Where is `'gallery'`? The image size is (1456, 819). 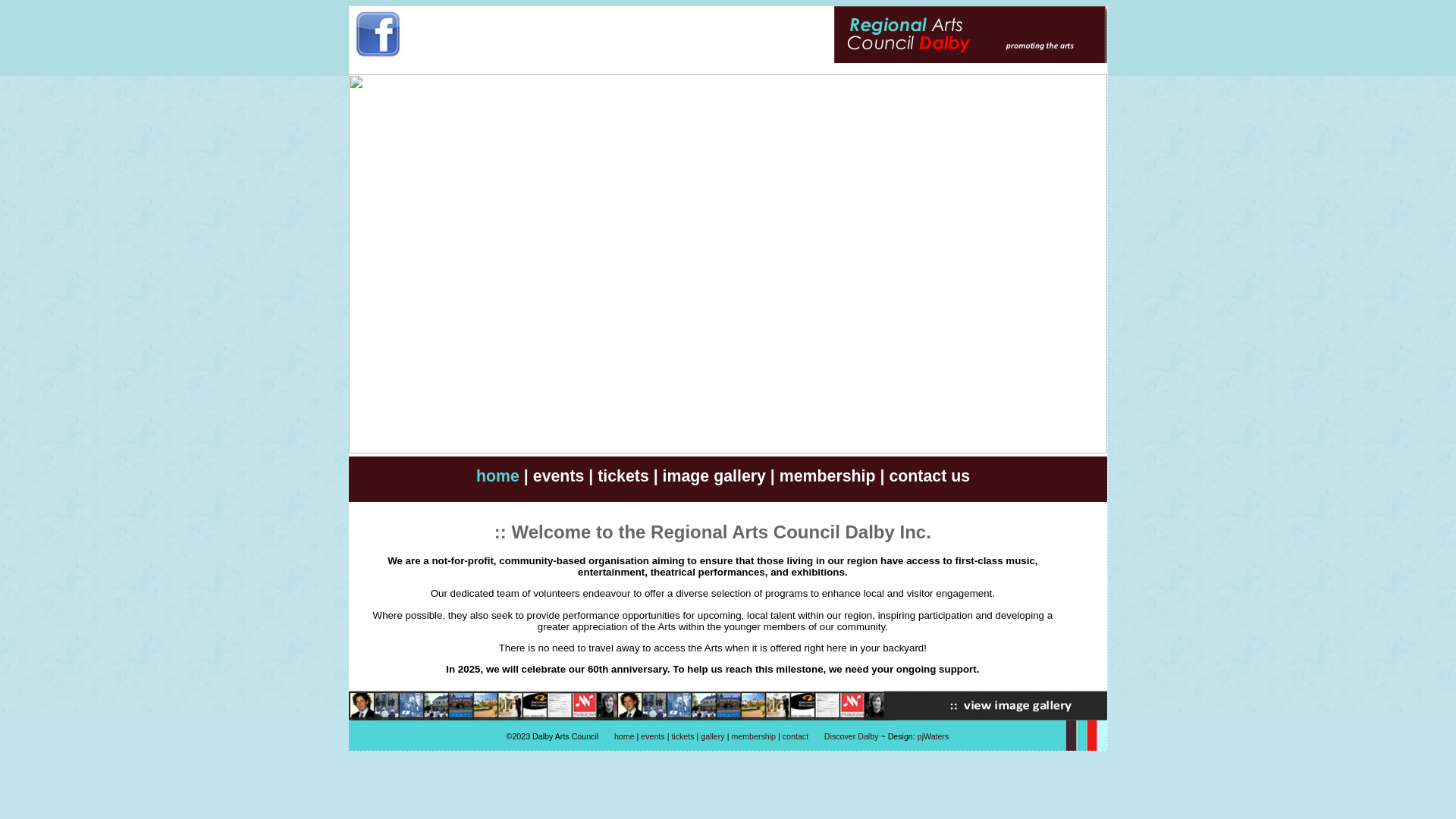
'gallery' is located at coordinates (700, 736).